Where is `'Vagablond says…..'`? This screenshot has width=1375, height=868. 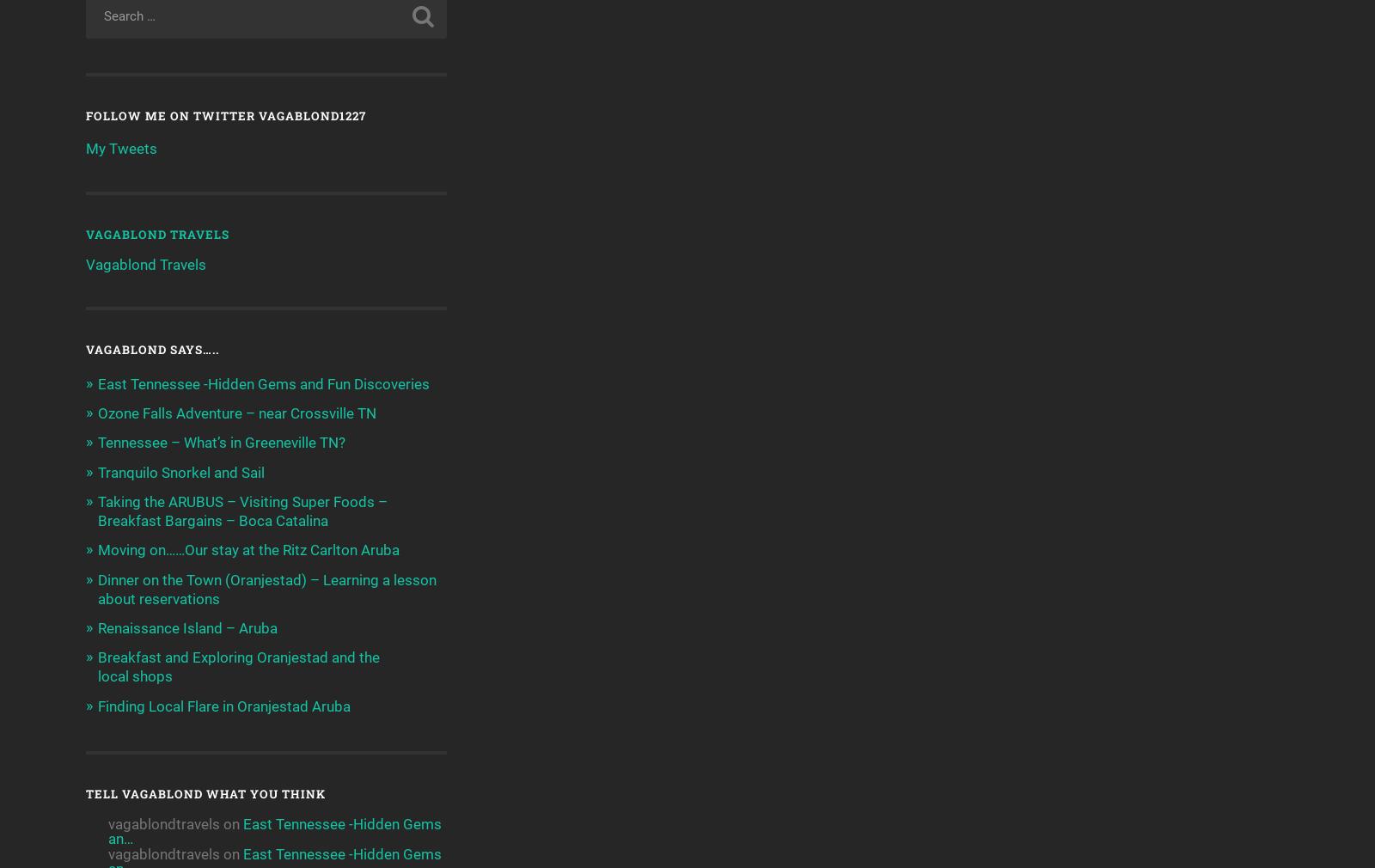
'Vagablond says…..' is located at coordinates (85, 350).